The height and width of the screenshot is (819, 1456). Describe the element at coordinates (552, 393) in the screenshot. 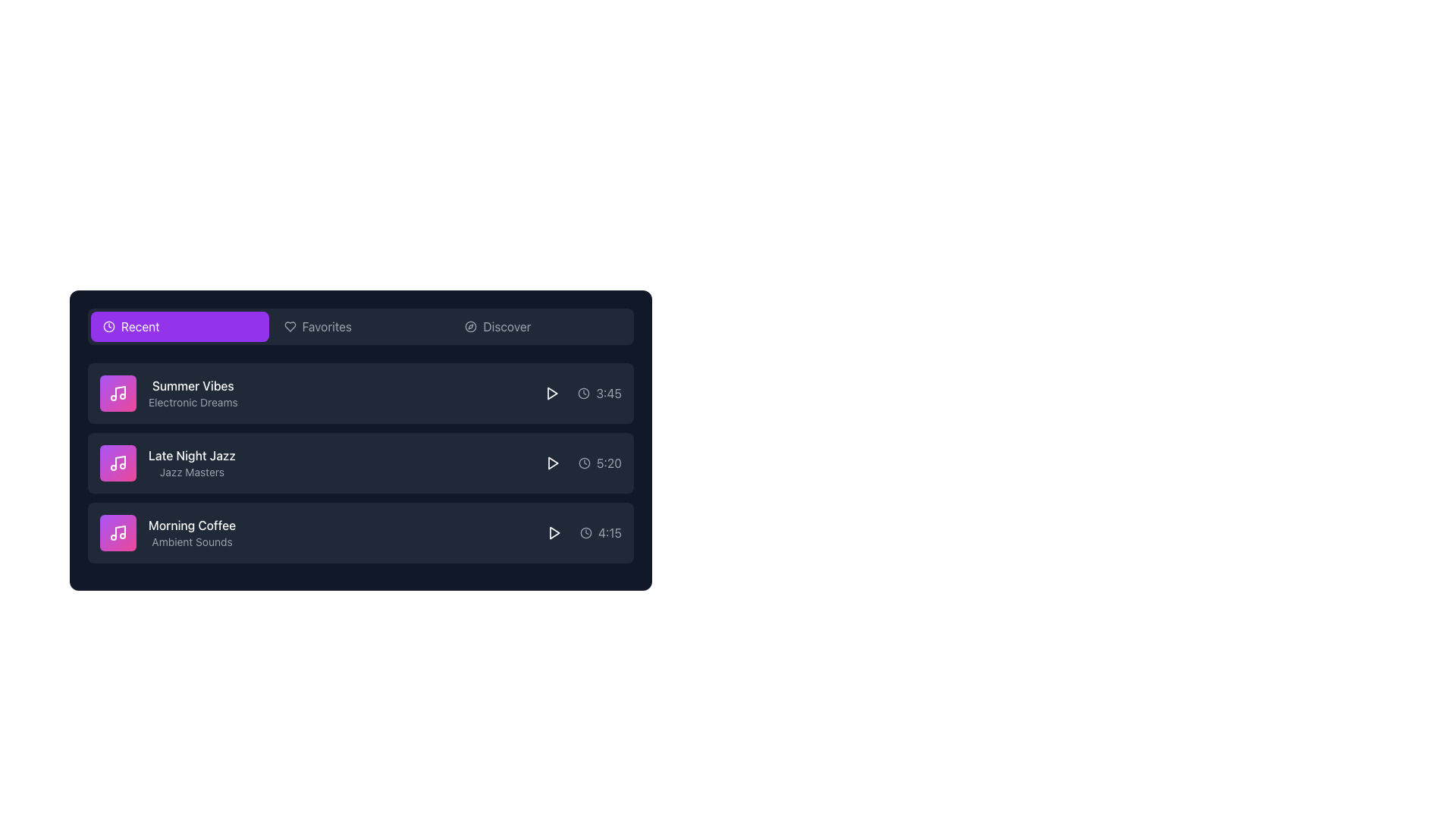

I see `the SVG graphical element resembling a play button` at that location.